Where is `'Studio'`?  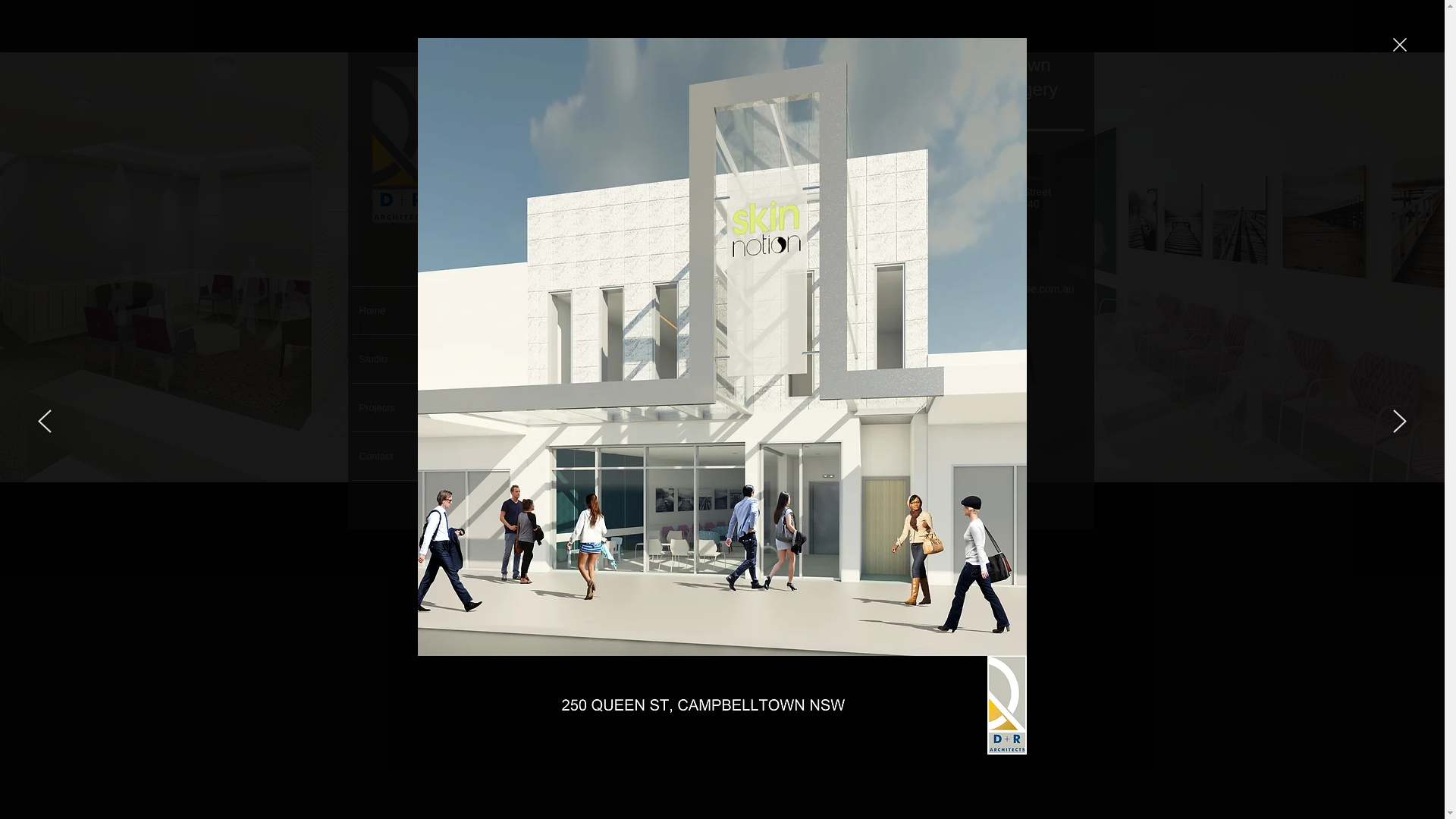
'Studio' is located at coordinates (403, 359).